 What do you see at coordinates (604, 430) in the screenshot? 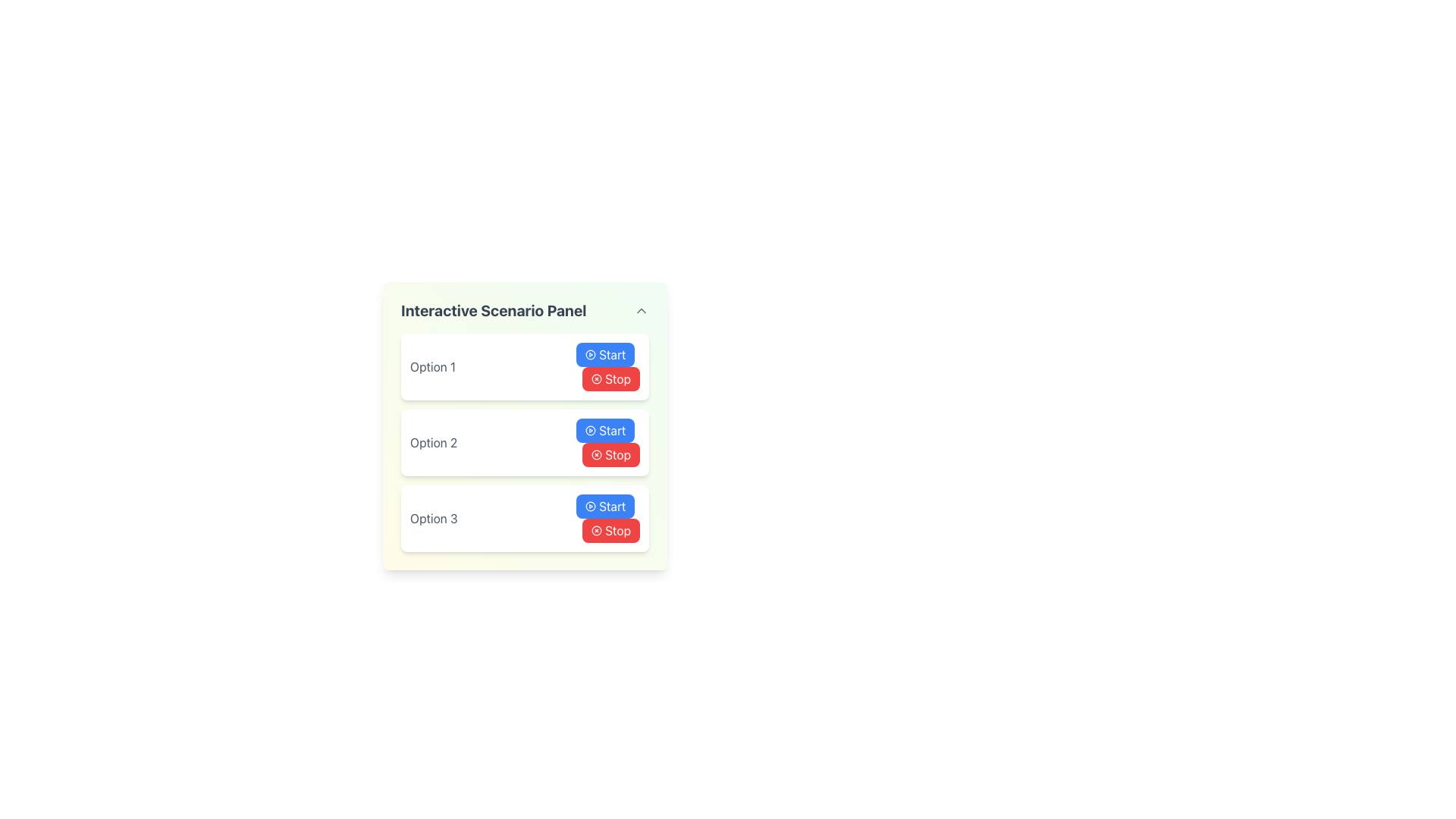
I see `the 'Start' button, which is a rounded rectangular button with a blue background and white text, featuring a small play icon on the left side, located in the second row of the 'Interactive Scenario Panel'` at bounding box center [604, 430].